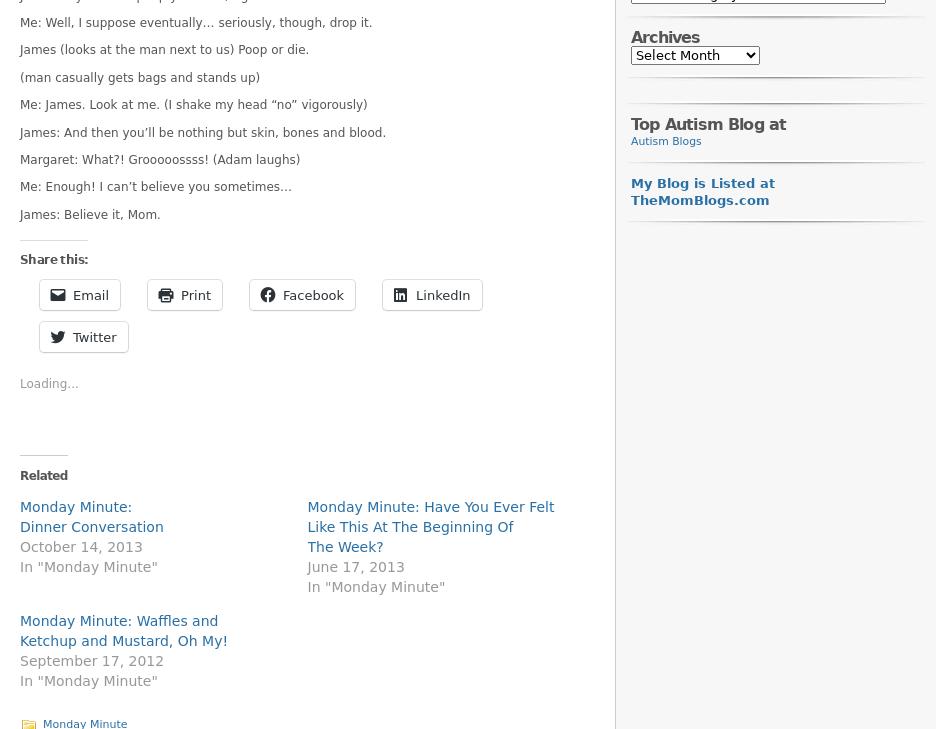 This screenshot has height=729, width=936. What do you see at coordinates (93, 335) in the screenshot?
I see `'Twitter'` at bounding box center [93, 335].